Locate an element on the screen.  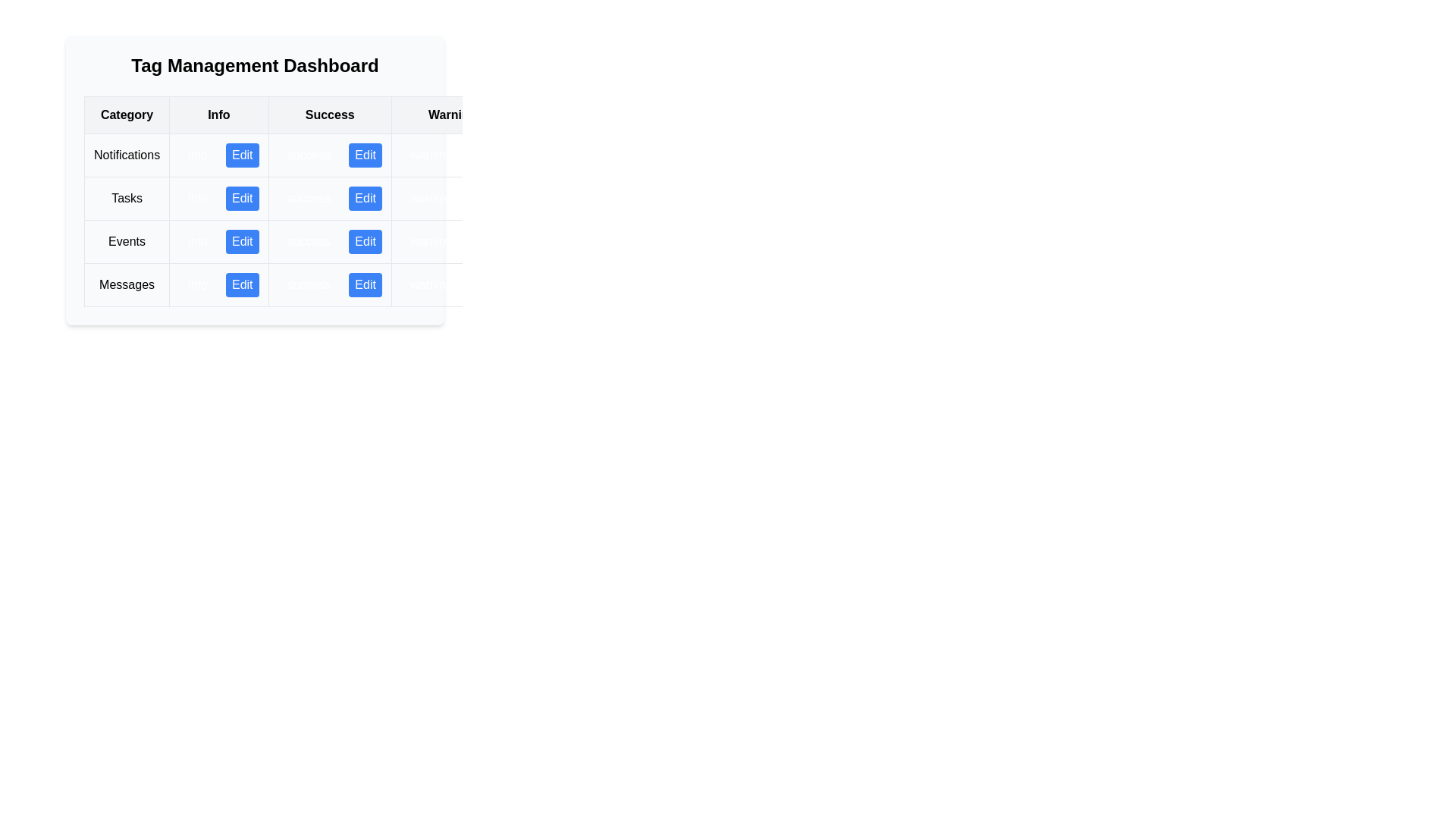
the content of the green rounded pill-shaped label displaying 'success' in the Composite of a status label and a button is located at coordinates (329, 284).